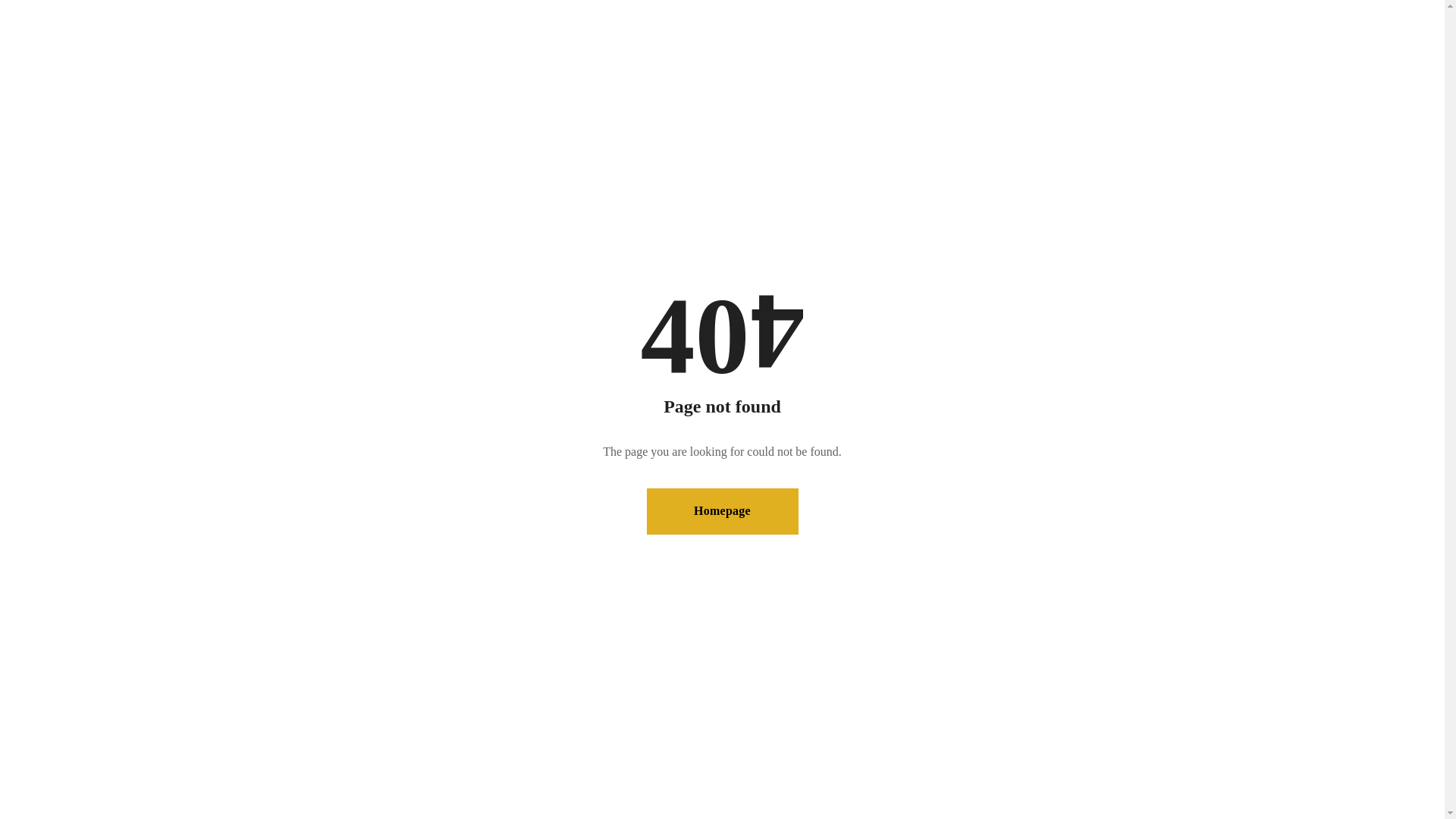 The height and width of the screenshot is (819, 1456). I want to click on 'Homepage', so click(720, 511).